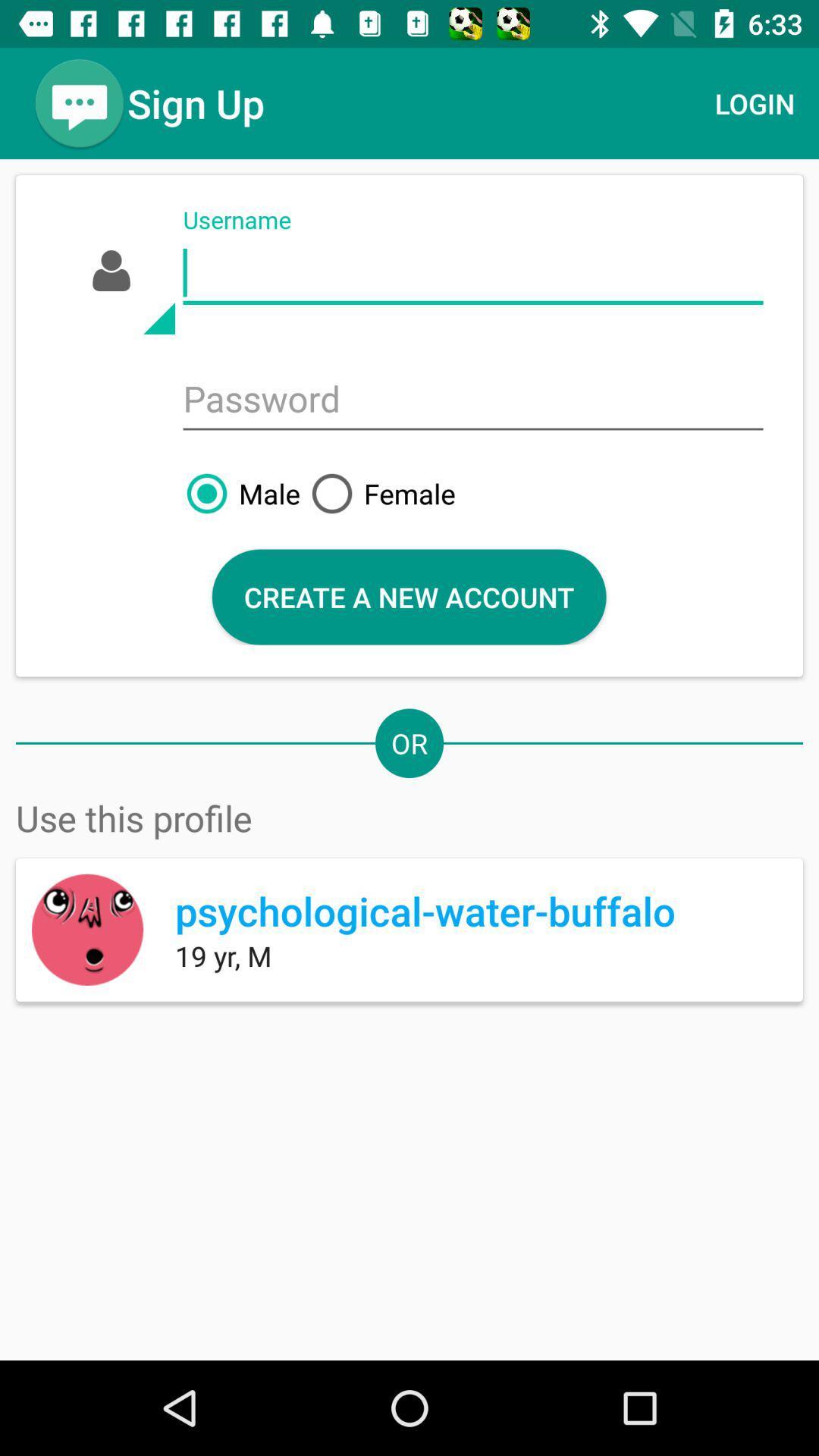  I want to click on user name for login text field for user name, so click(472, 273).